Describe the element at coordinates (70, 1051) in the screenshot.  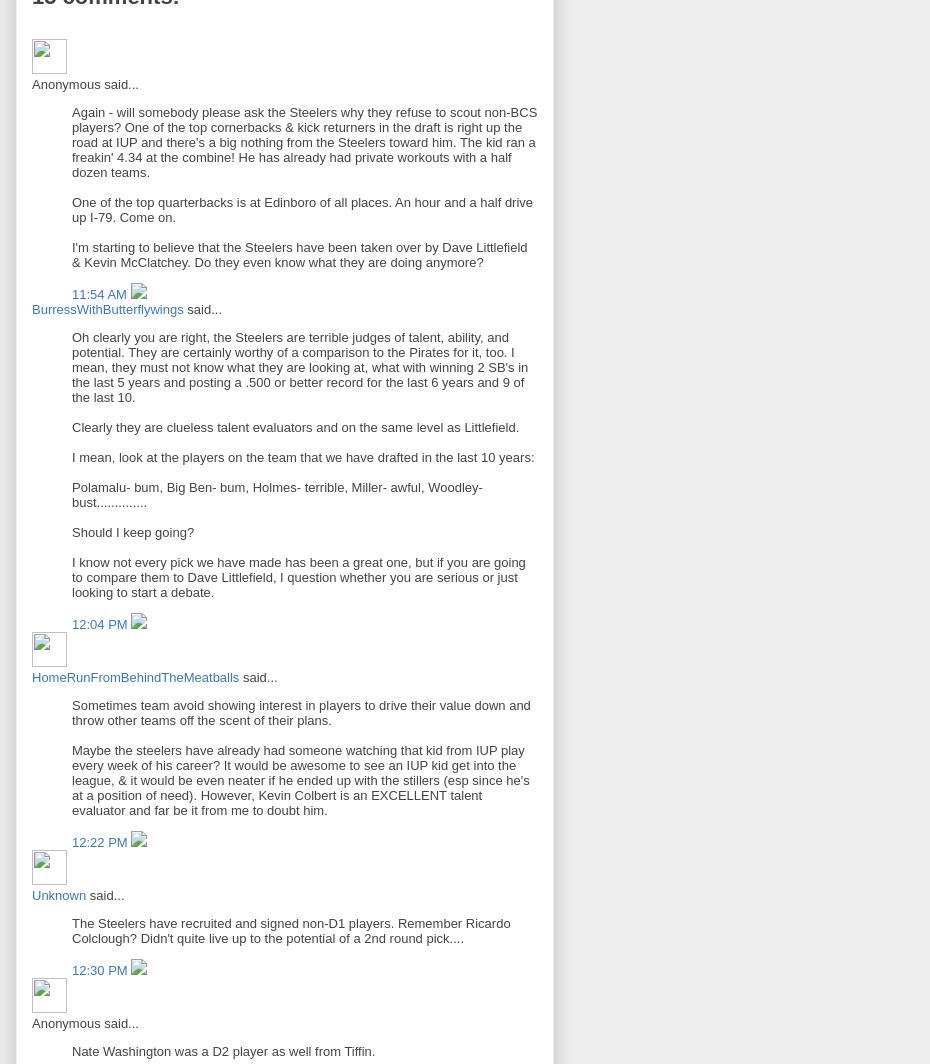
I see `'Nate Washington was a D2 player as well from Tiffin.'` at that location.